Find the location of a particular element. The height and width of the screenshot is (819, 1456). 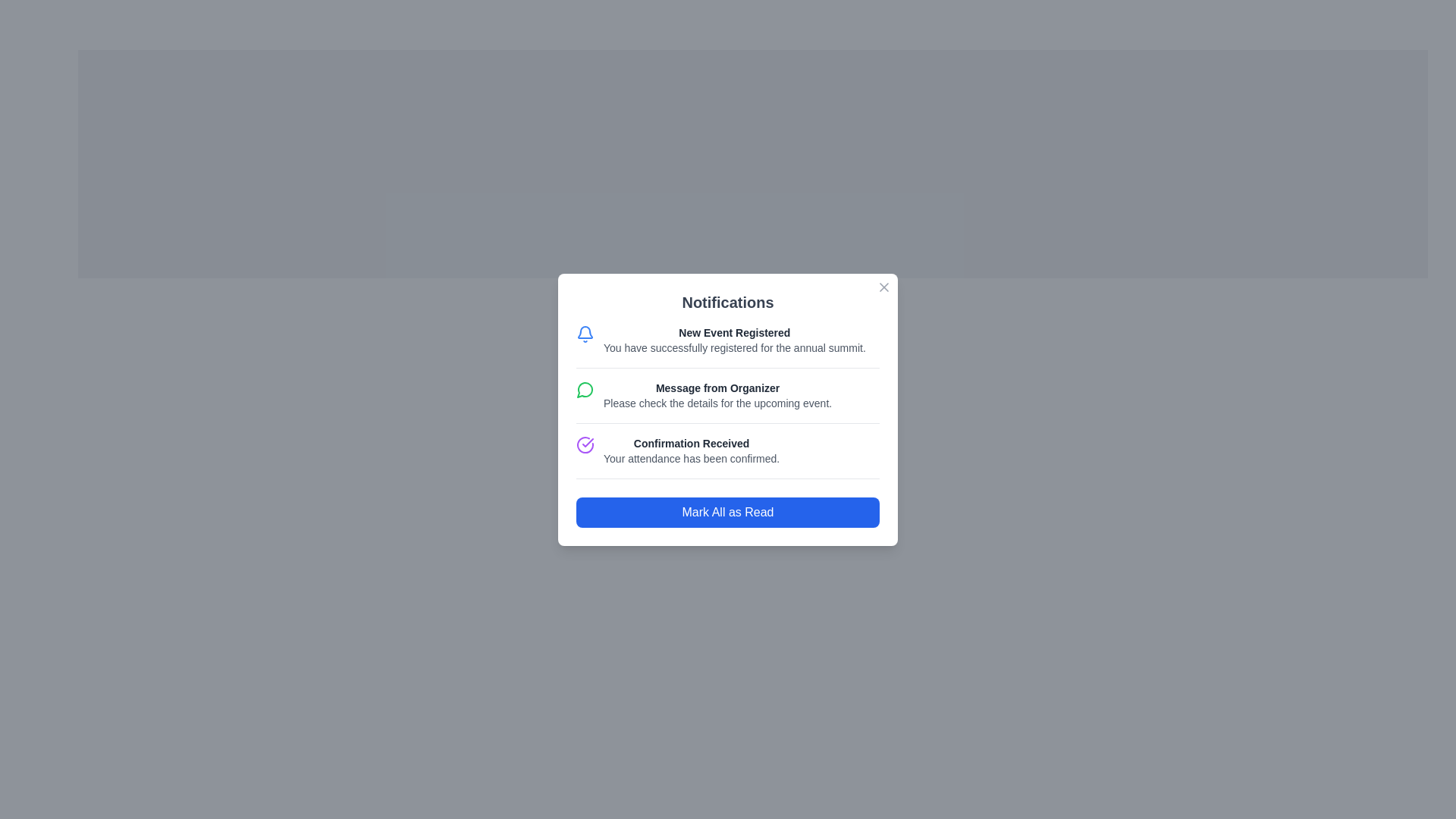

the small 'X' icon located in the top-right corner of the notification dialog, next to the title 'Notifications' is located at coordinates (884, 287).